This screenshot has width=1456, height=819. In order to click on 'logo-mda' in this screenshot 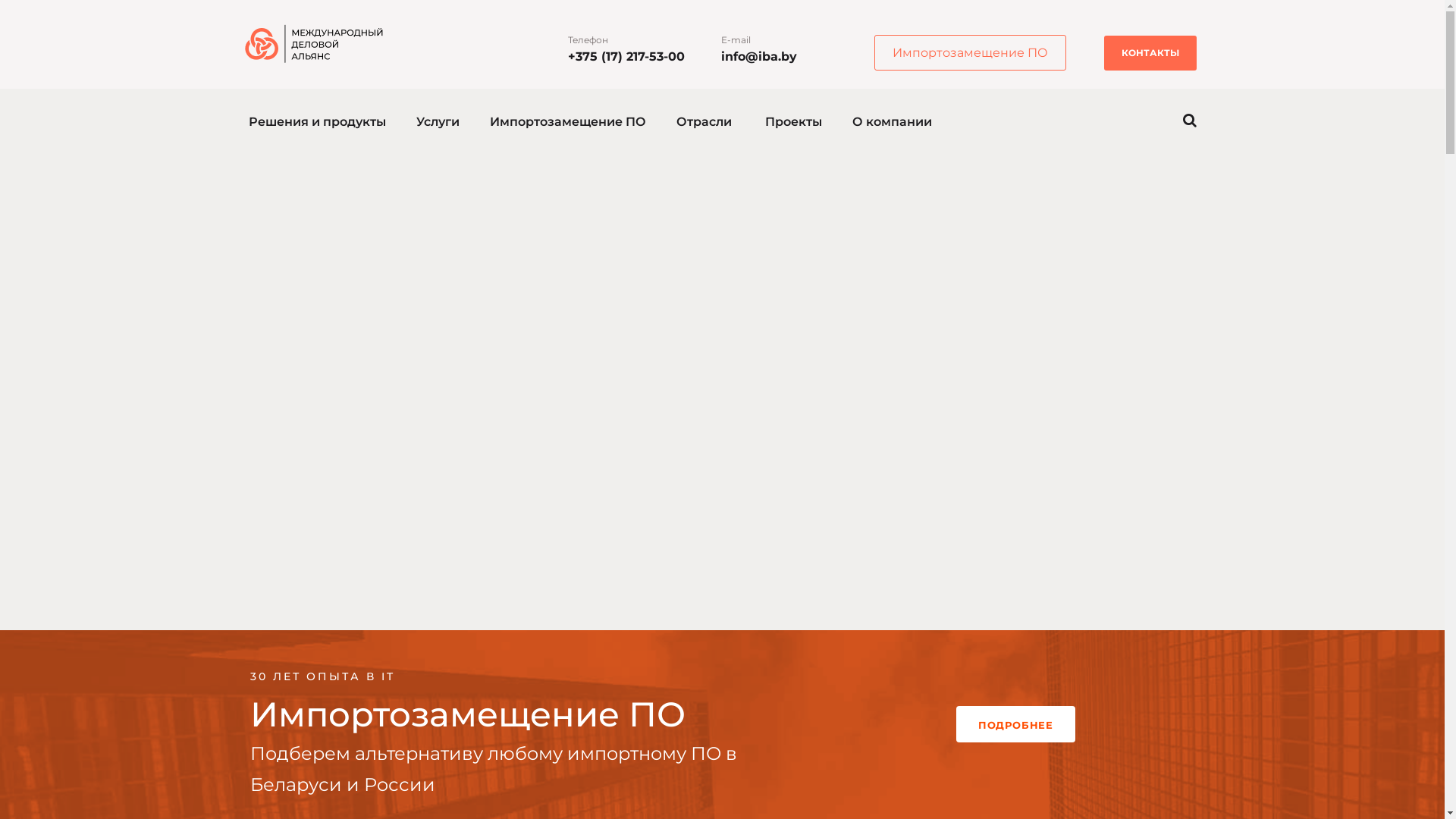, I will do `click(243, 43)`.